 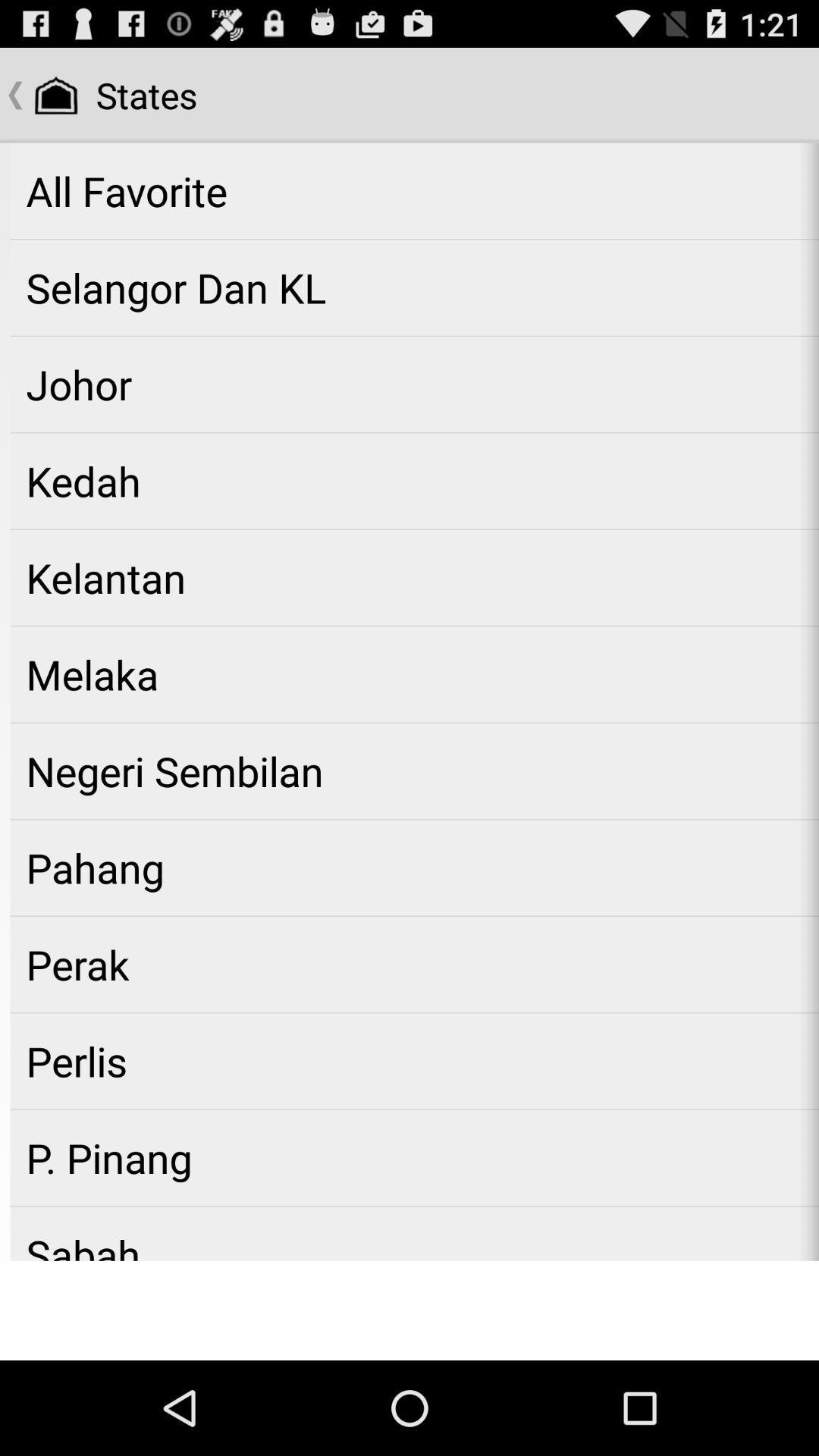 I want to click on johor item, so click(x=414, y=384).